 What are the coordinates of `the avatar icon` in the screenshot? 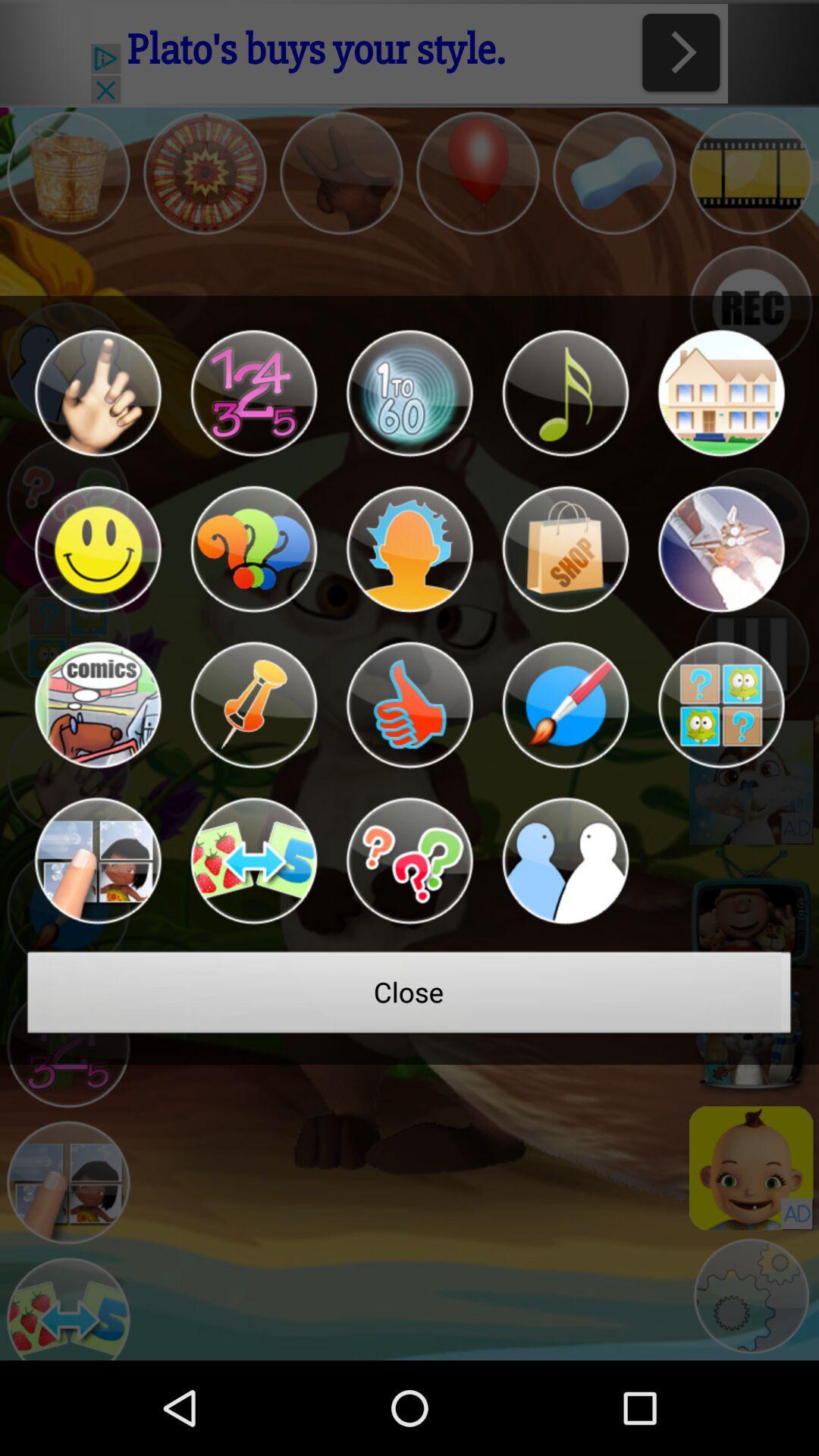 It's located at (97, 921).